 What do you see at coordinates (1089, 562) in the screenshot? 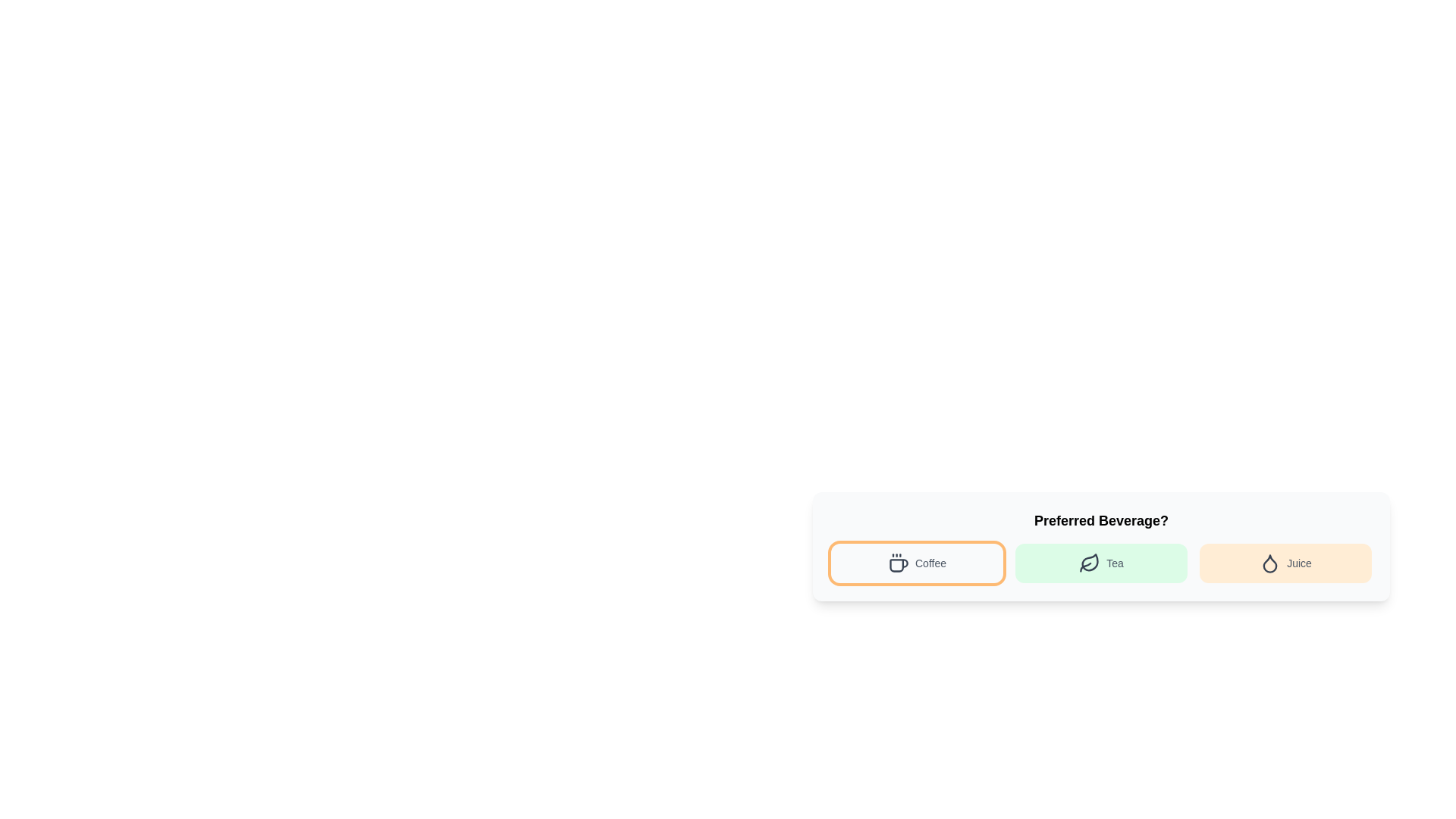
I see `the leaf icon located in the 'Tea' button of the 'Preferred Beverage?' selection bar, which is visually represented by a dark gray leaf shape` at bounding box center [1089, 562].